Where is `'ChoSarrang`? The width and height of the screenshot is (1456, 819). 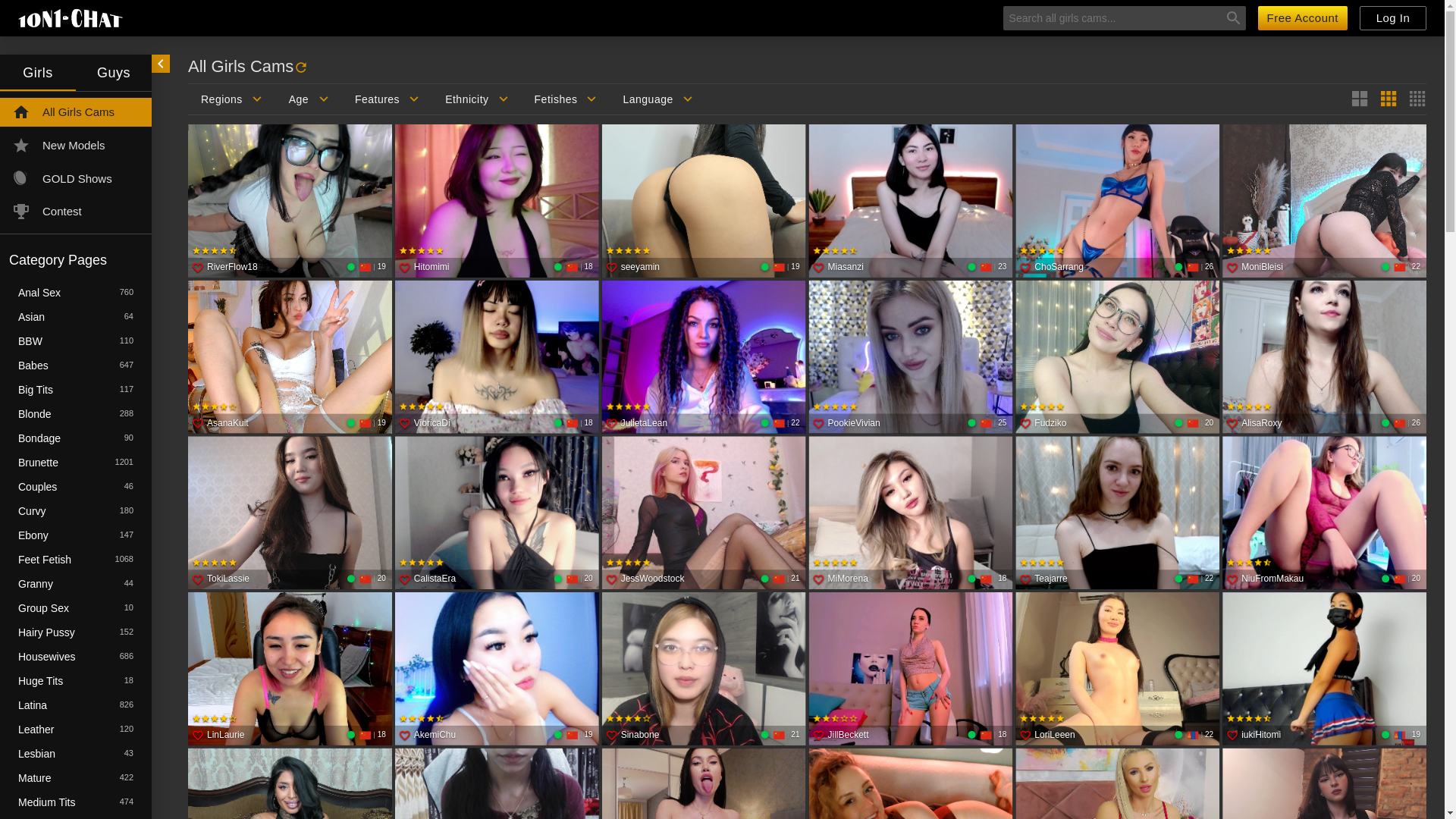 'ChoSarrang is located at coordinates (1117, 201).